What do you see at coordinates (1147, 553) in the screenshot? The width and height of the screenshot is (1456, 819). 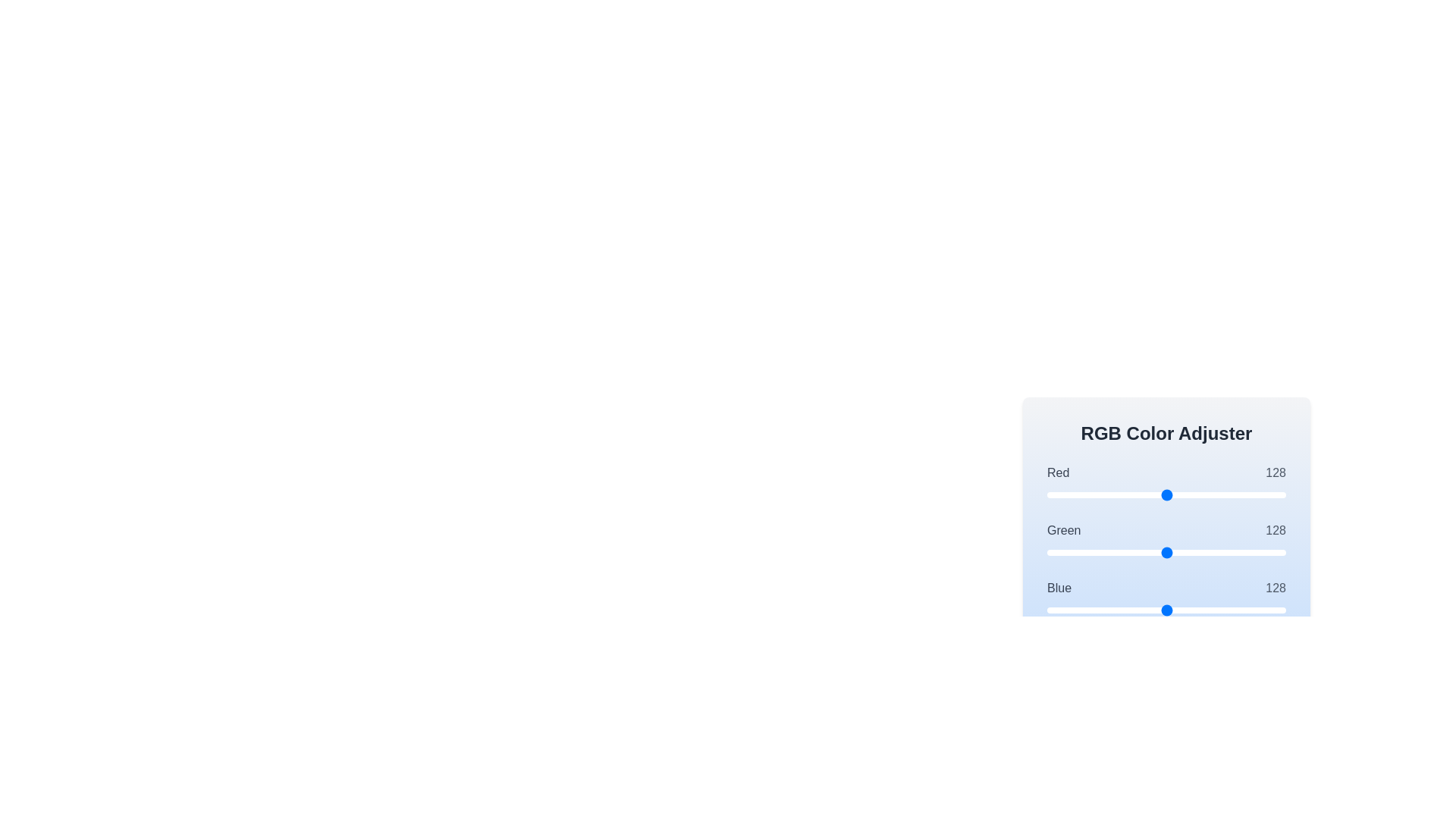 I see `the green slider to 107 where value is between 0 and 255` at bounding box center [1147, 553].